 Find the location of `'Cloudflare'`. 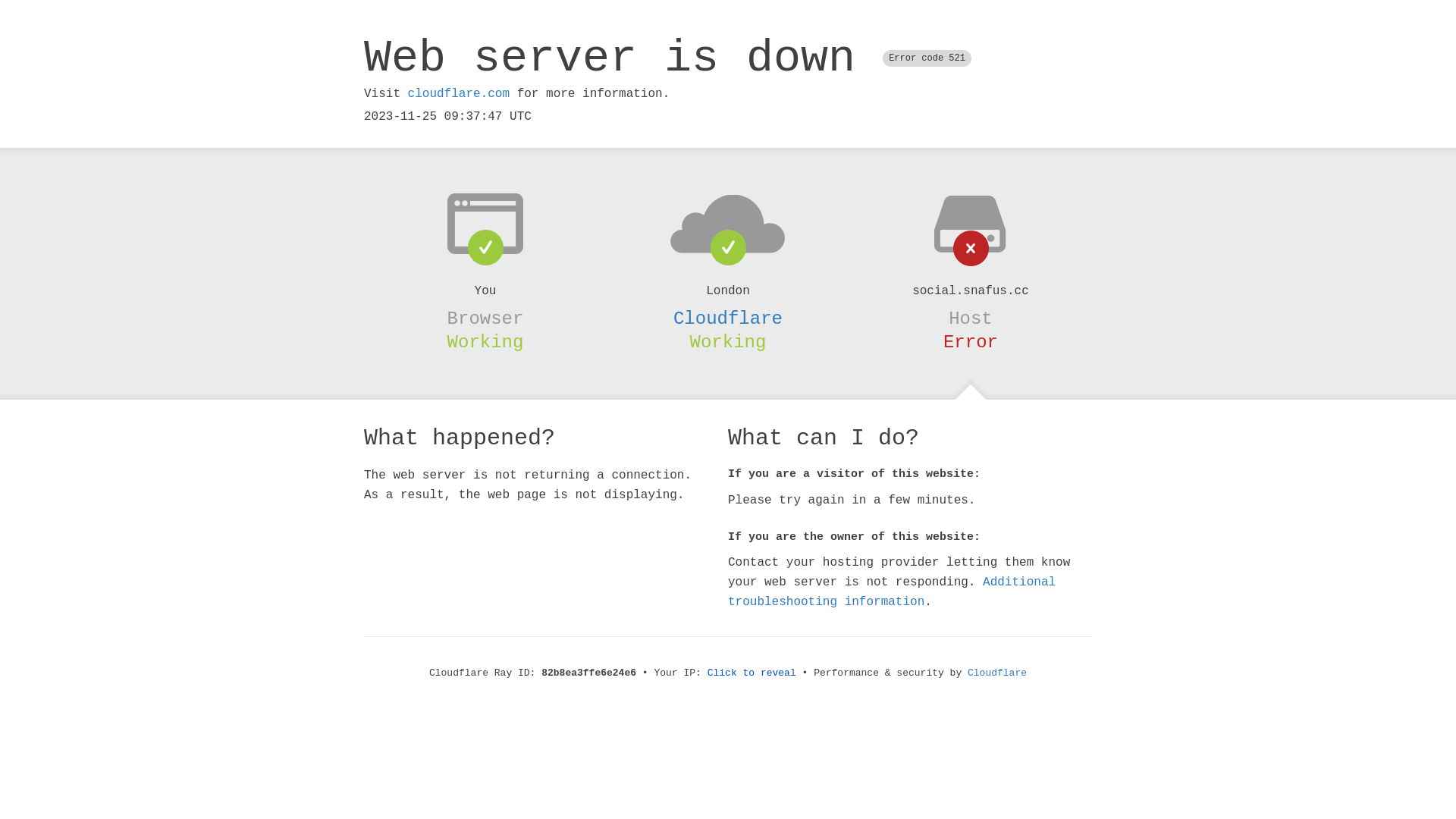

'Cloudflare' is located at coordinates (728, 318).